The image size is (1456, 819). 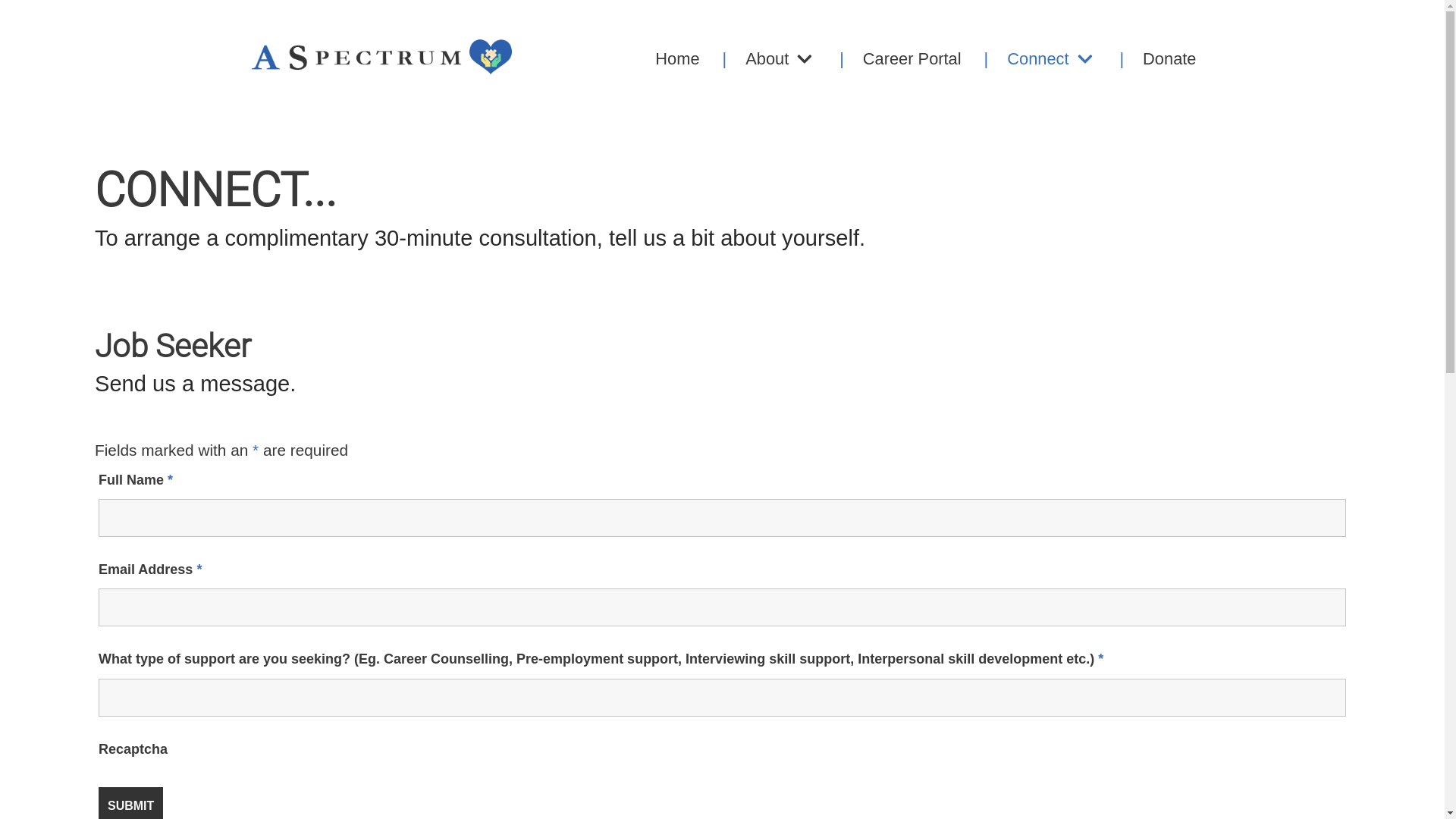 What do you see at coordinates (1147, 58) in the screenshot?
I see `'Donate'` at bounding box center [1147, 58].